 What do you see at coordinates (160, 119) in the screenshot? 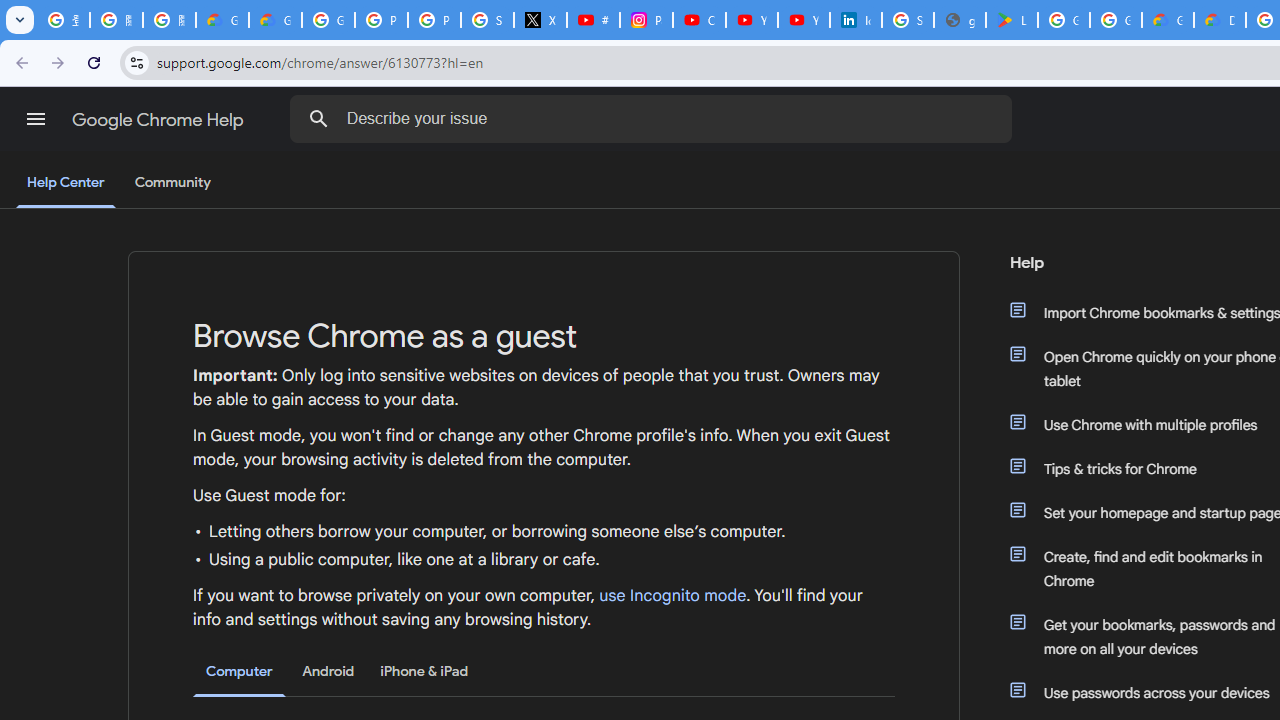
I see `'Google Chrome Help'` at bounding box center [160, 119].